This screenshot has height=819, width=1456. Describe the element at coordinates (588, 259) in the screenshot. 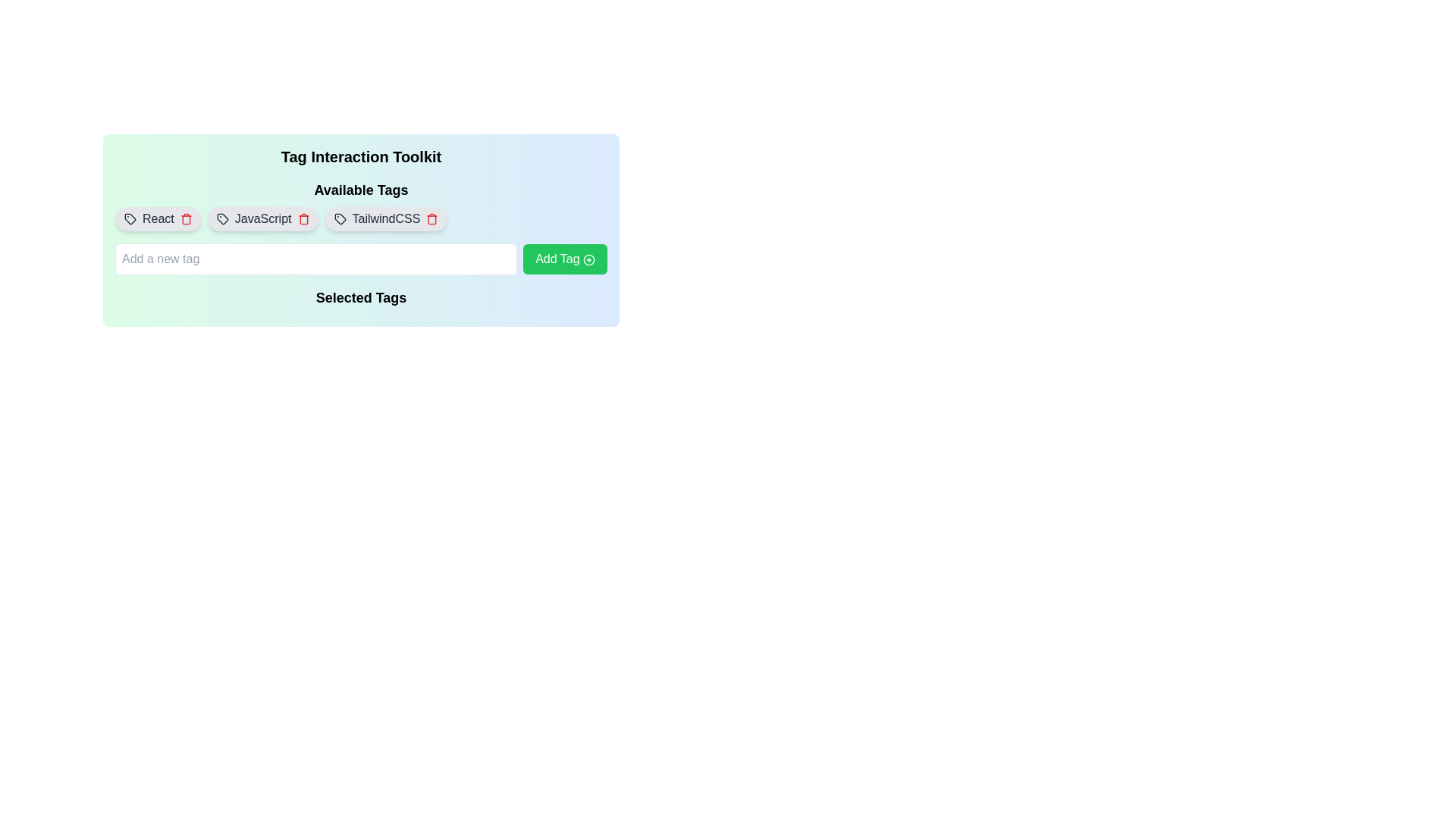

I see `the round green icon with a plus sign, located at the top-right corner of the 'Add Tag' button, to possibly display a tooltip` at that location.